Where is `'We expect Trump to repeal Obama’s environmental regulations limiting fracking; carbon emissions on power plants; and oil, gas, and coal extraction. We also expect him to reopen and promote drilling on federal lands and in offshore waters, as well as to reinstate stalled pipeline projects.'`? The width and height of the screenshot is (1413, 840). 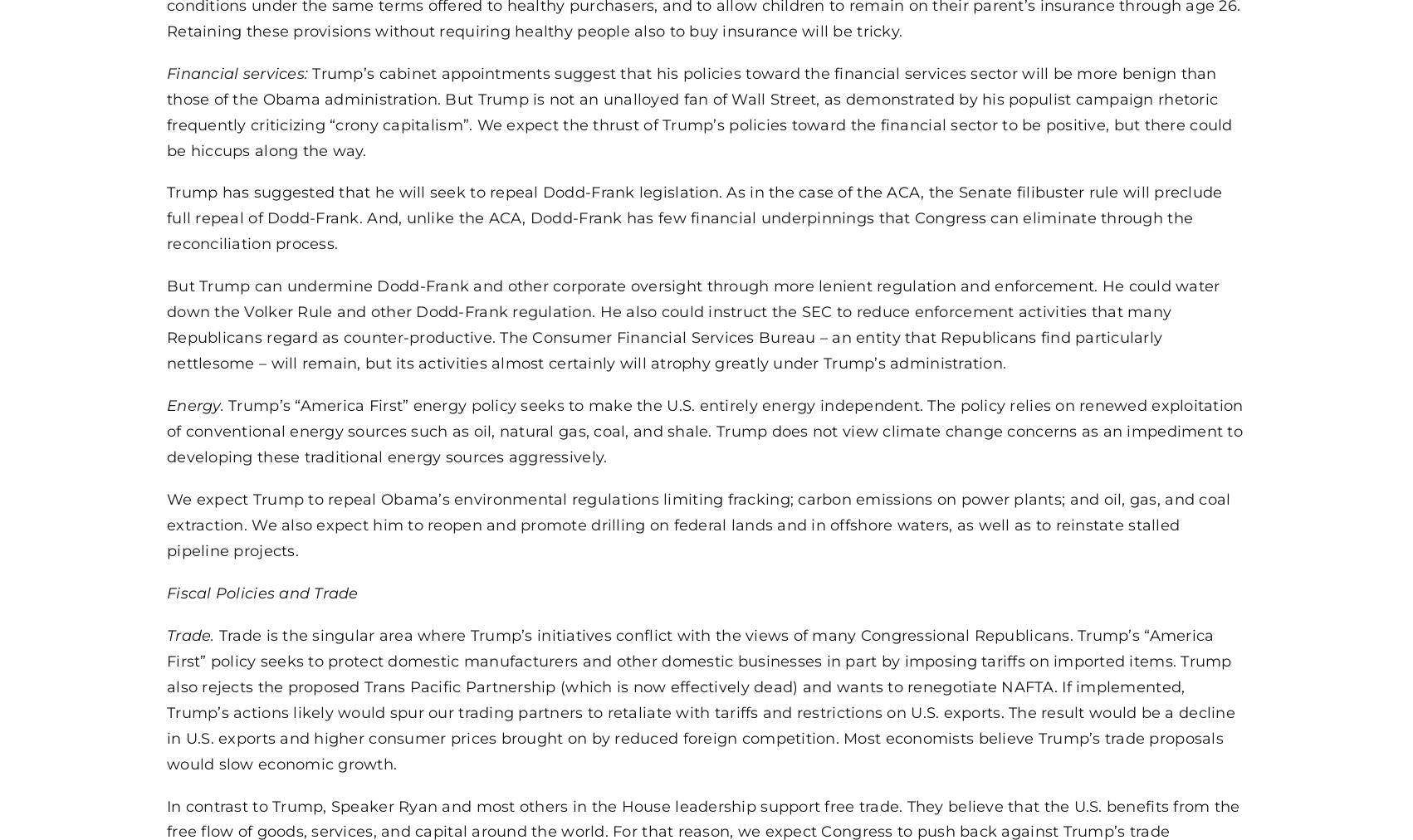
'We expect Trump to repeal Obama’s environmental regulations limiting fracking; carbon emissions on power plants; and oil, gas, and coal extraction. We also expect him to reopen and promote drilling on federal lands and in offshore waters, as well as to reinstate stalled pipeline projects.' is located at coordinates (697, 523).